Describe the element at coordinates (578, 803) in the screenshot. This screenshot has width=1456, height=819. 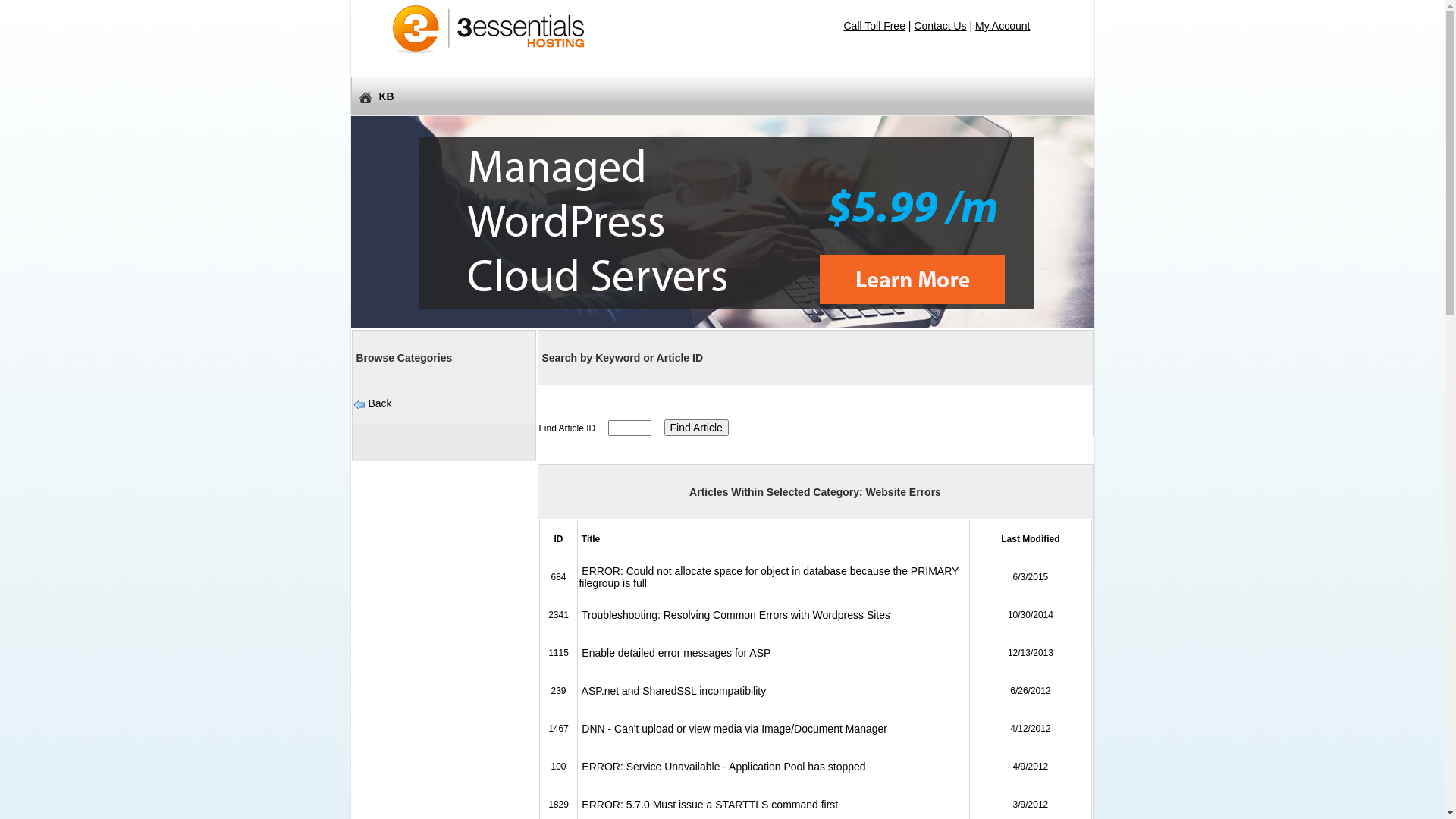
I see `' ERROR: 5.7.0 Must issue a STARTTLS command first'` at that location.